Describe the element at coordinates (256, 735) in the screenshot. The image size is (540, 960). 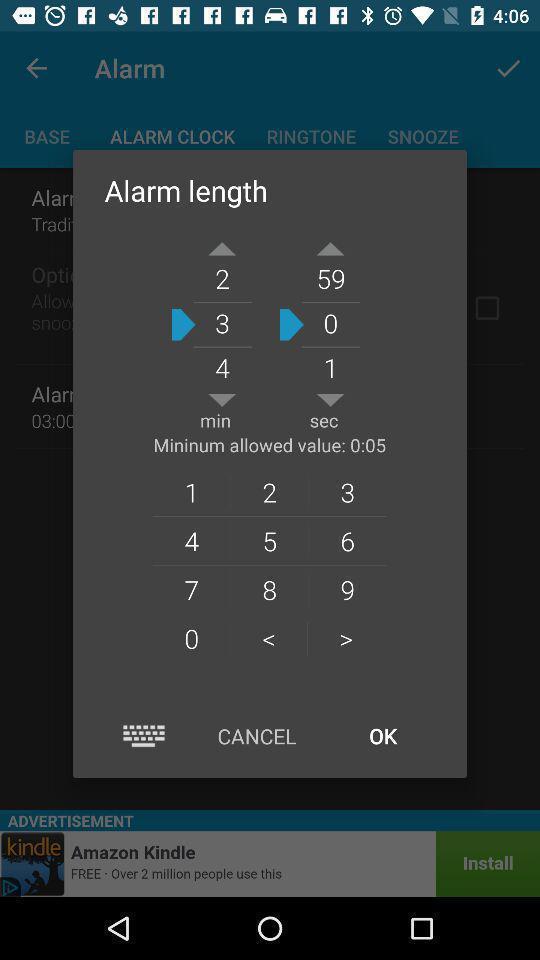
I see `the item next to the ok` at that location.